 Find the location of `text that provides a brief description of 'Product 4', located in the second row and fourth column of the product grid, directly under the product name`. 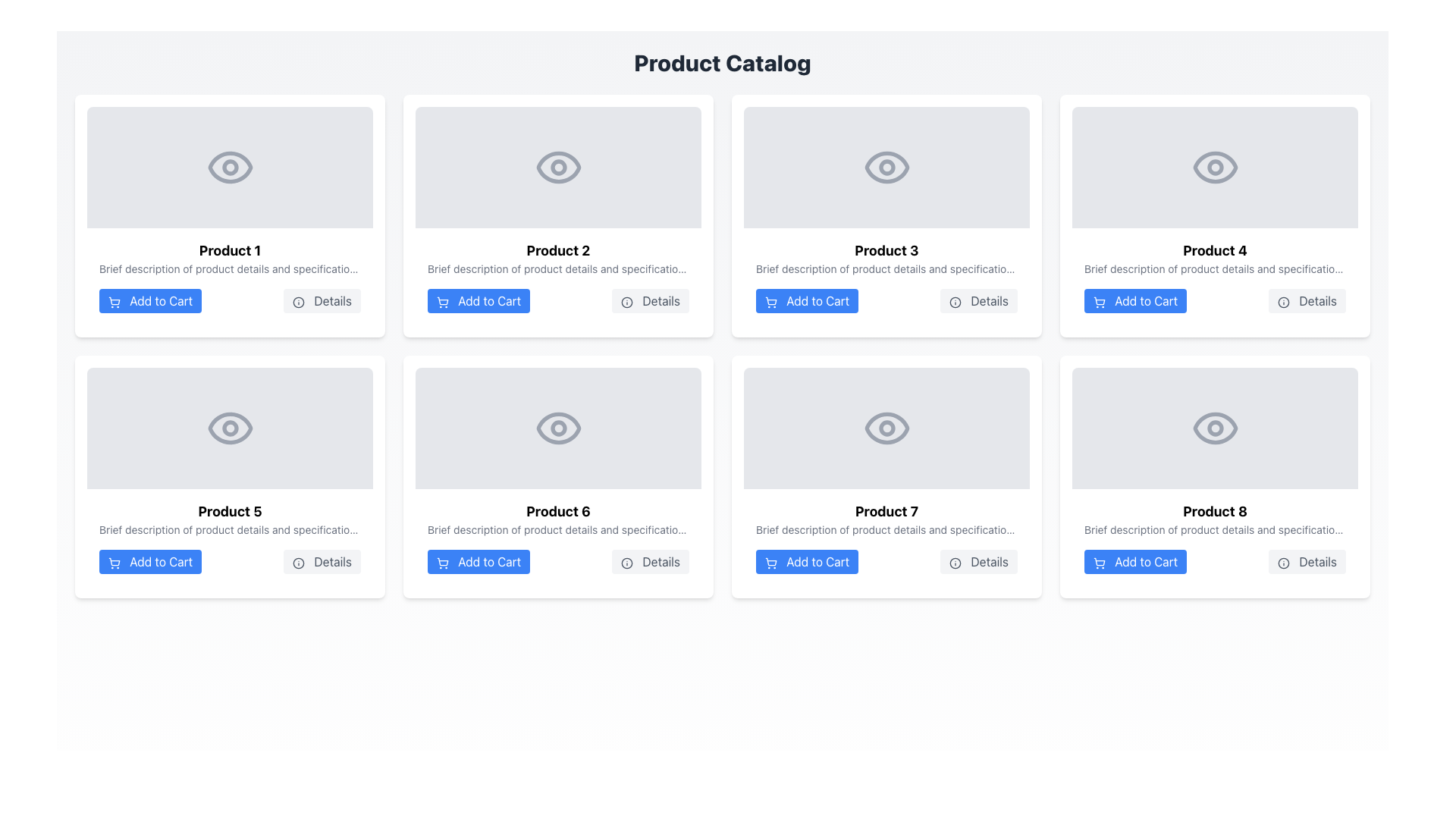

text that provides a brief description of 'Product 4', located in the second row and fourth column of the product grid, directly under the product name is located at coordinates (1215, 268).